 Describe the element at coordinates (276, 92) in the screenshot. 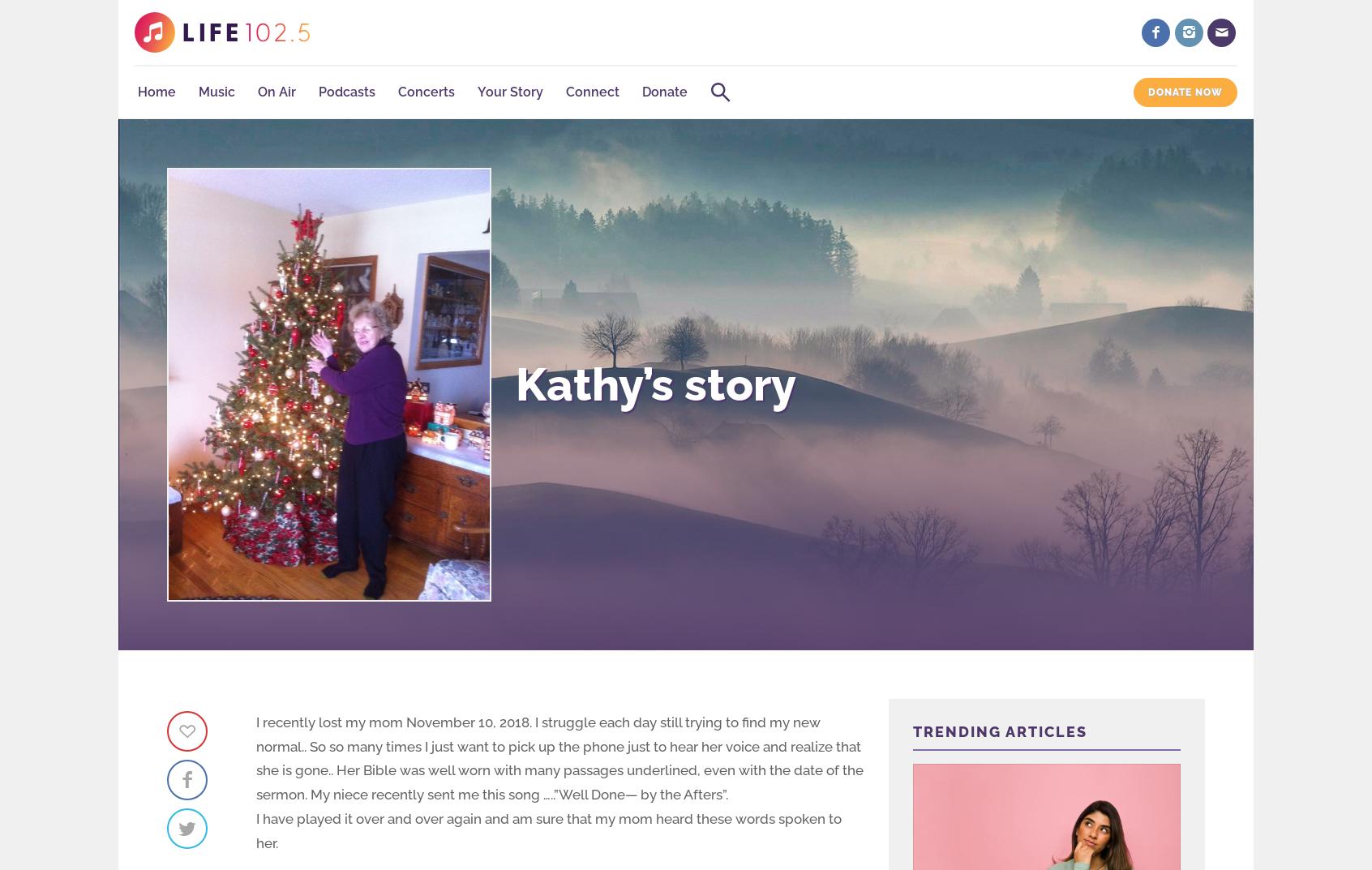

I see `'On Air'` at that location.